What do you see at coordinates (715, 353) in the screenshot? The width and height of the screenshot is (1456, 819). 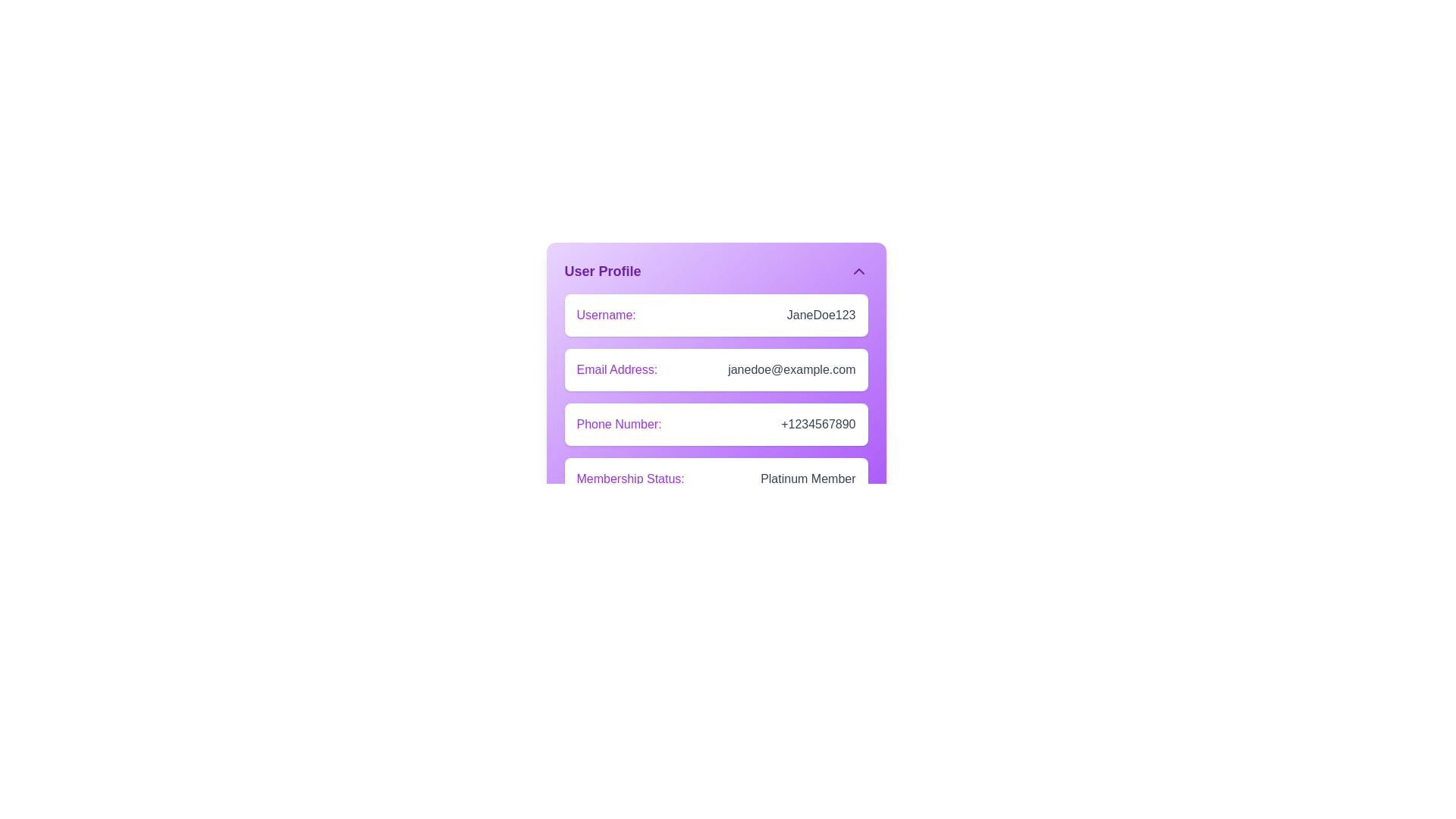 I see `the 'Email Address' field in the user profile block, which is displayed in a light purple background and is the second row of labeled data following 'Username'` at bounding box center [715, 353].